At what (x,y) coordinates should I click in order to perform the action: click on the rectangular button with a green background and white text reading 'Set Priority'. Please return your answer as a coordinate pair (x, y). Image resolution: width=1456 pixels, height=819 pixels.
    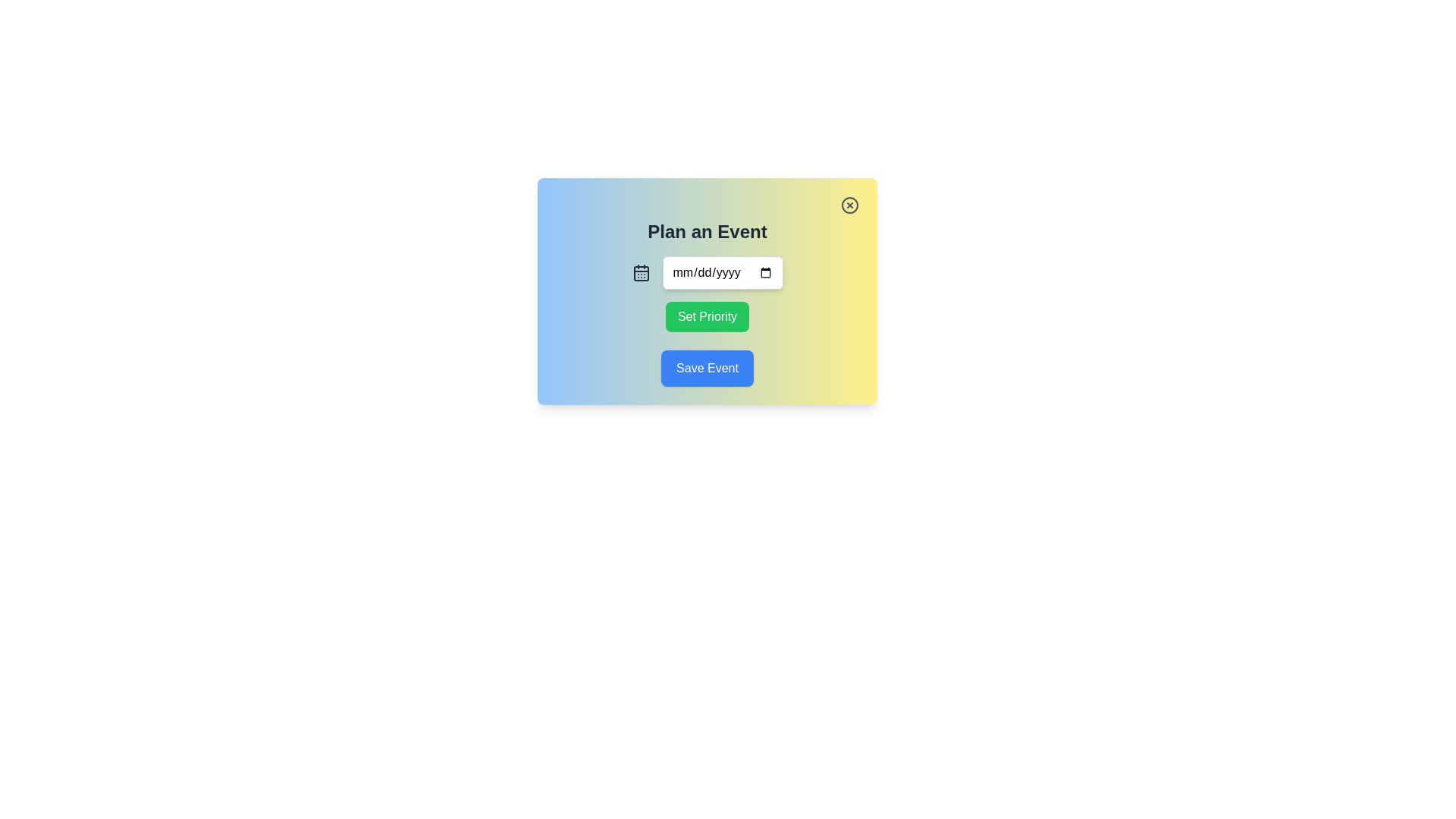
    Looking at the image, I should click on (706, 315).